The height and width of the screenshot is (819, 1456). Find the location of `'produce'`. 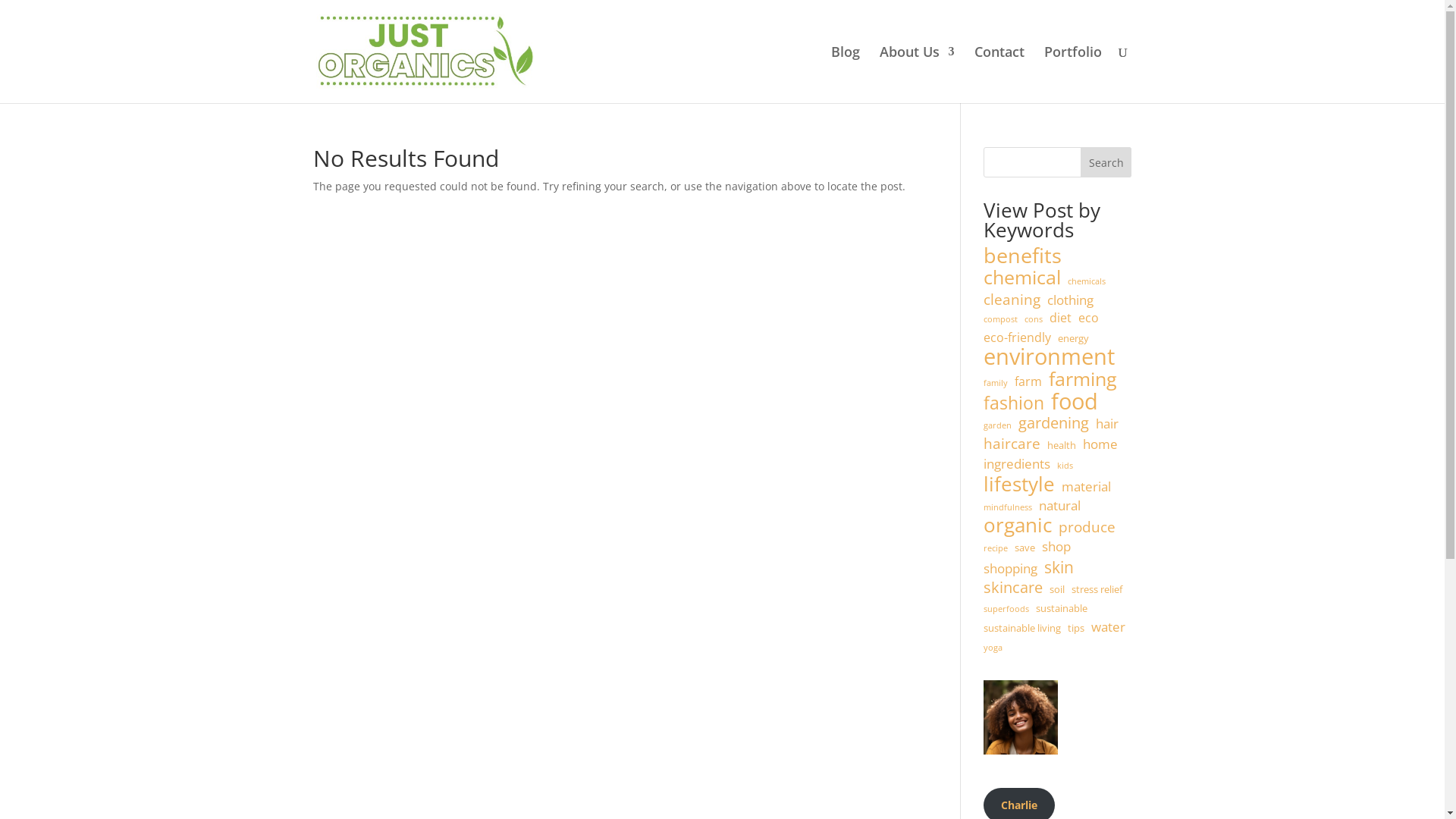

'produce' is located at coordinates (1086, 526).